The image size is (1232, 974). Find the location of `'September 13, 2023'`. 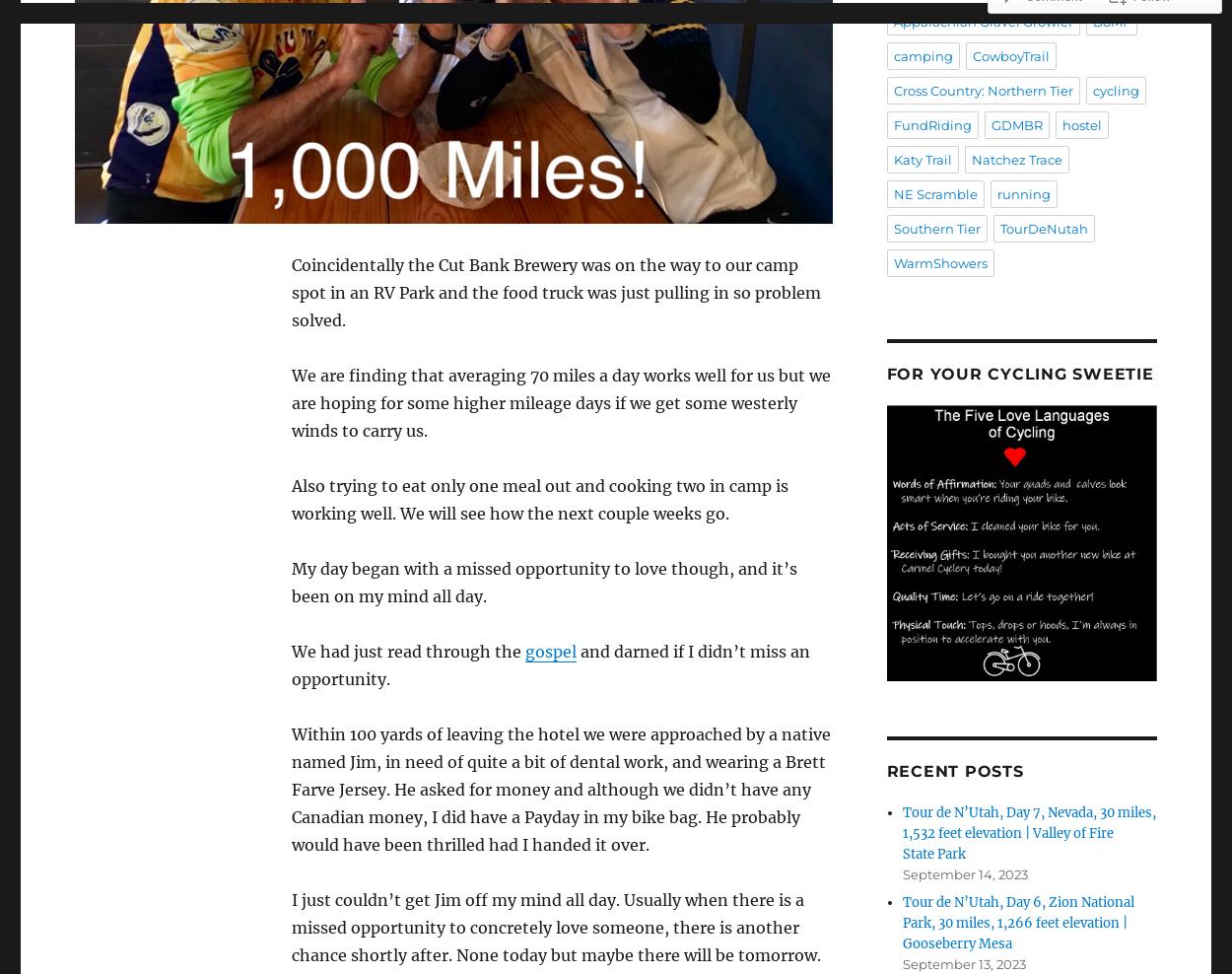

'September 13, 2023' is located at coordinates (962, 963).